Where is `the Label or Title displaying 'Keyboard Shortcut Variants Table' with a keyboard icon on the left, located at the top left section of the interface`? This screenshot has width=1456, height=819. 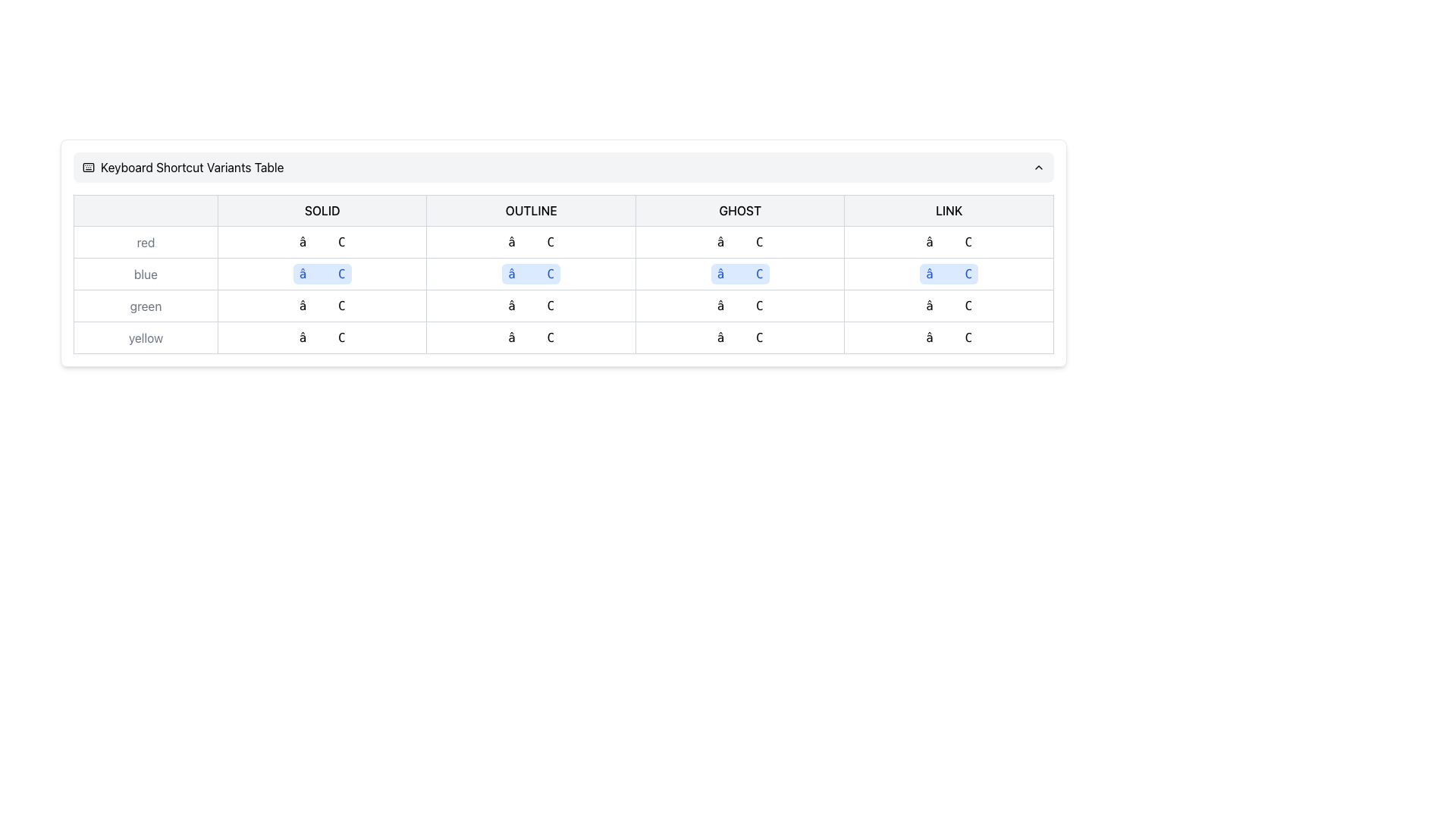
the Label or Title displaying 'Keyboard Shortcut Variants Table' with a keyboard icon on the left, located at the top left section of the interface is located at coordinates (182, 167).